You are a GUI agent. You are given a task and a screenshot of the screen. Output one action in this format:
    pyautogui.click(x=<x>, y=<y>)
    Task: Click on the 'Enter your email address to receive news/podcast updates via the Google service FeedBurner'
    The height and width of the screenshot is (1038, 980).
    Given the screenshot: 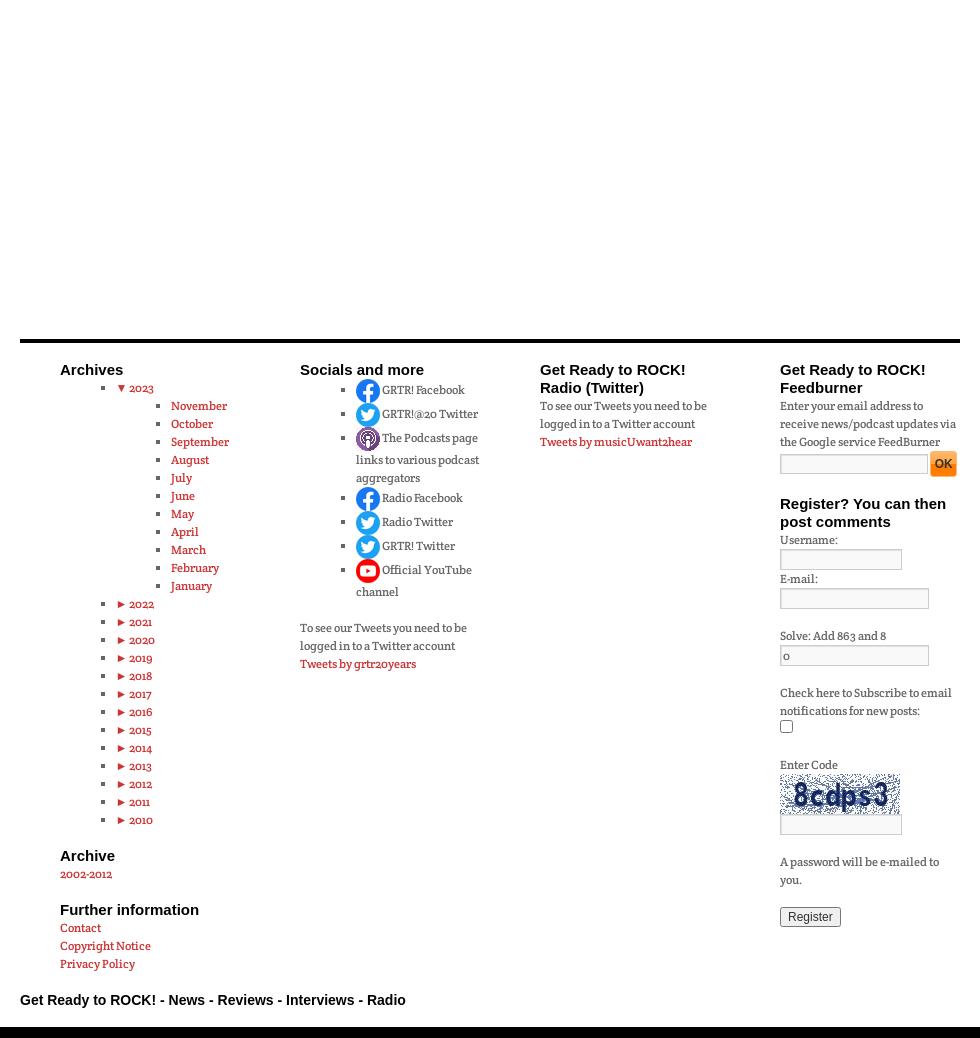 What is the action you would take?
    pyautogui.click(x=867, y=422)
    